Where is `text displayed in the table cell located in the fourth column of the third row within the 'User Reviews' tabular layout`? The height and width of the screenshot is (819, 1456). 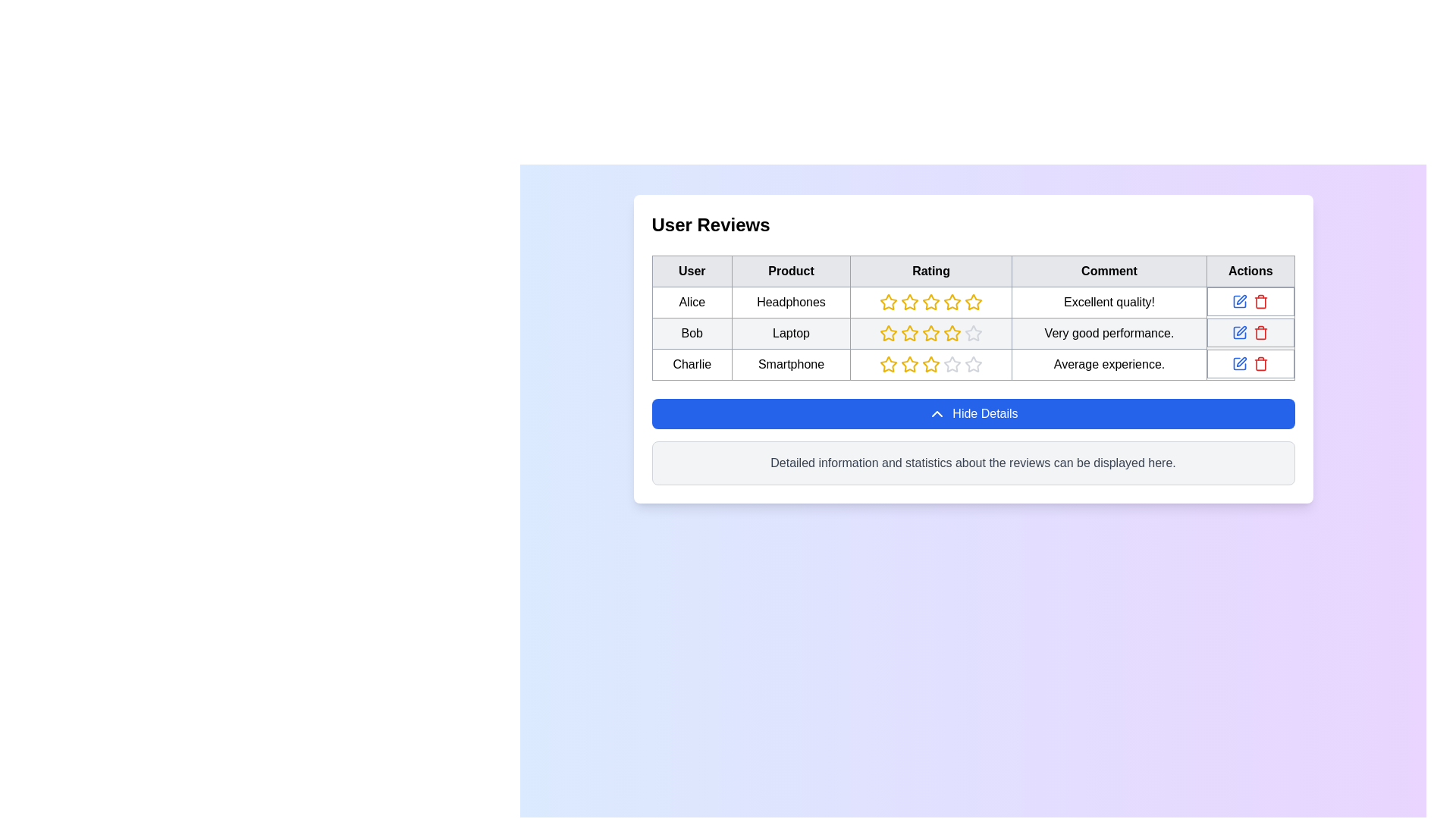 text displayed in the table cell located in the fourth column of the third row within the 'User Reviews' tabular layout is located at coordinates (1109, 365).